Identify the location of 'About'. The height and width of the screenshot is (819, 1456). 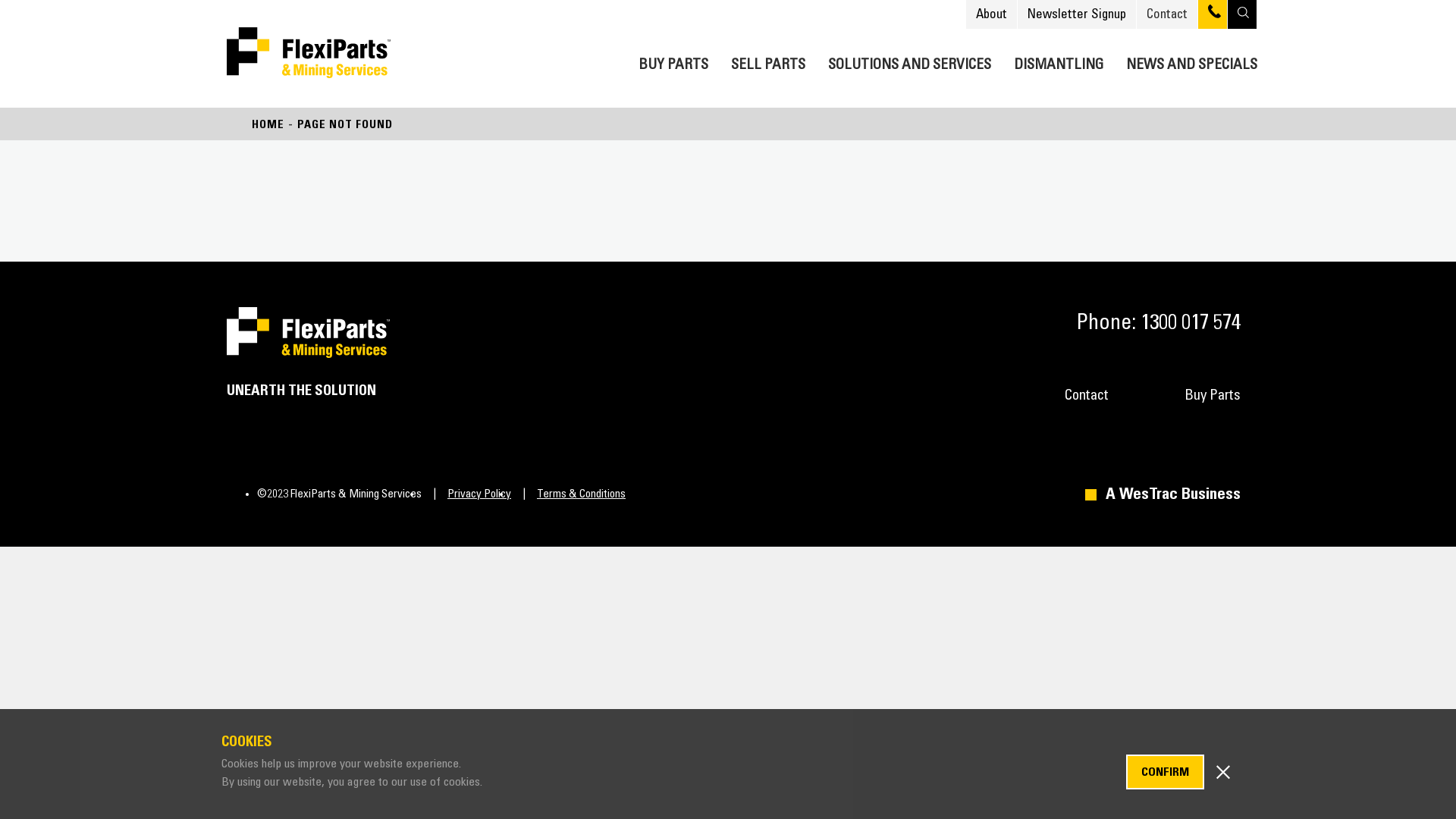
(991, 14).